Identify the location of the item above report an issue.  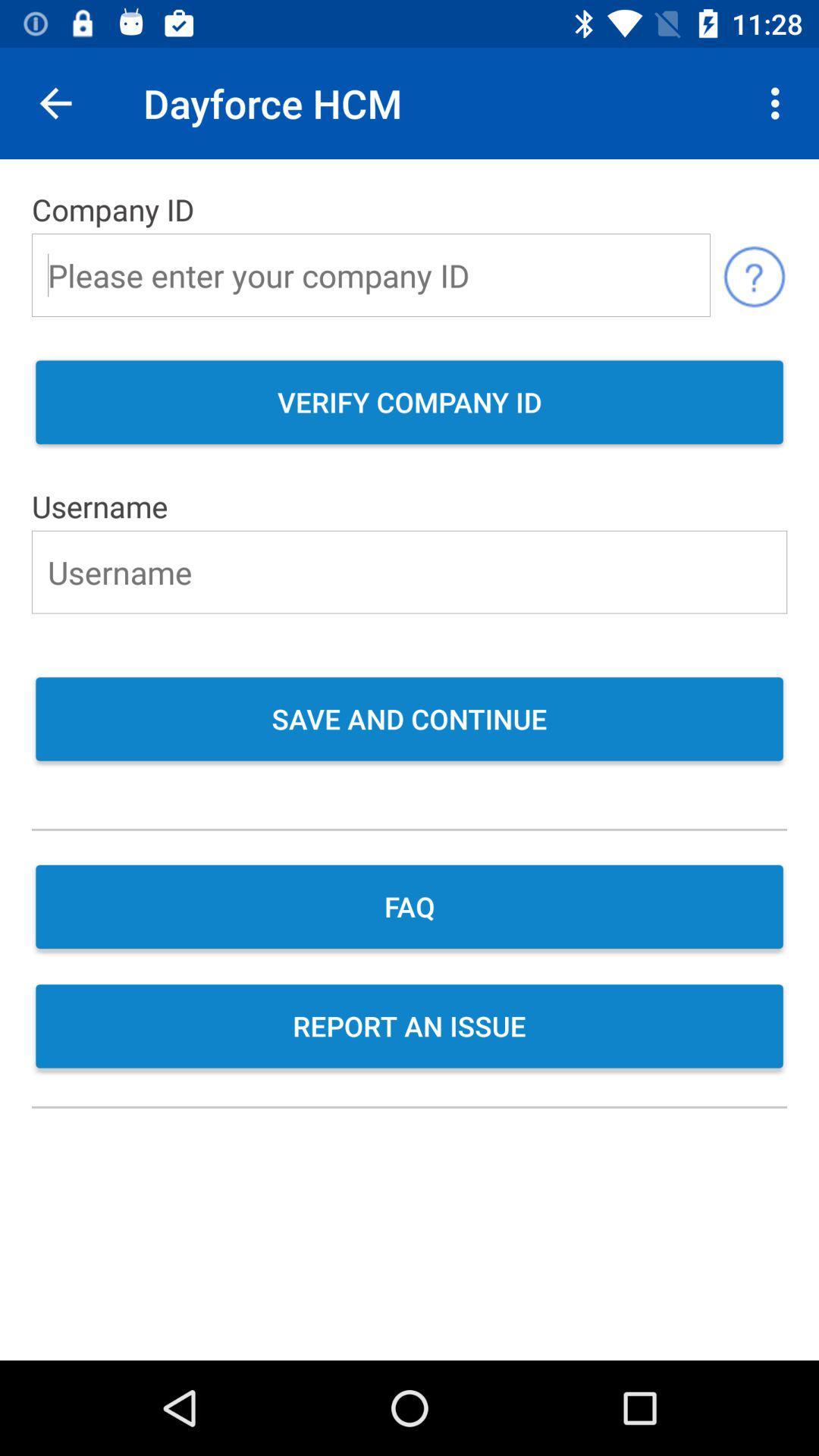
(409, 908).